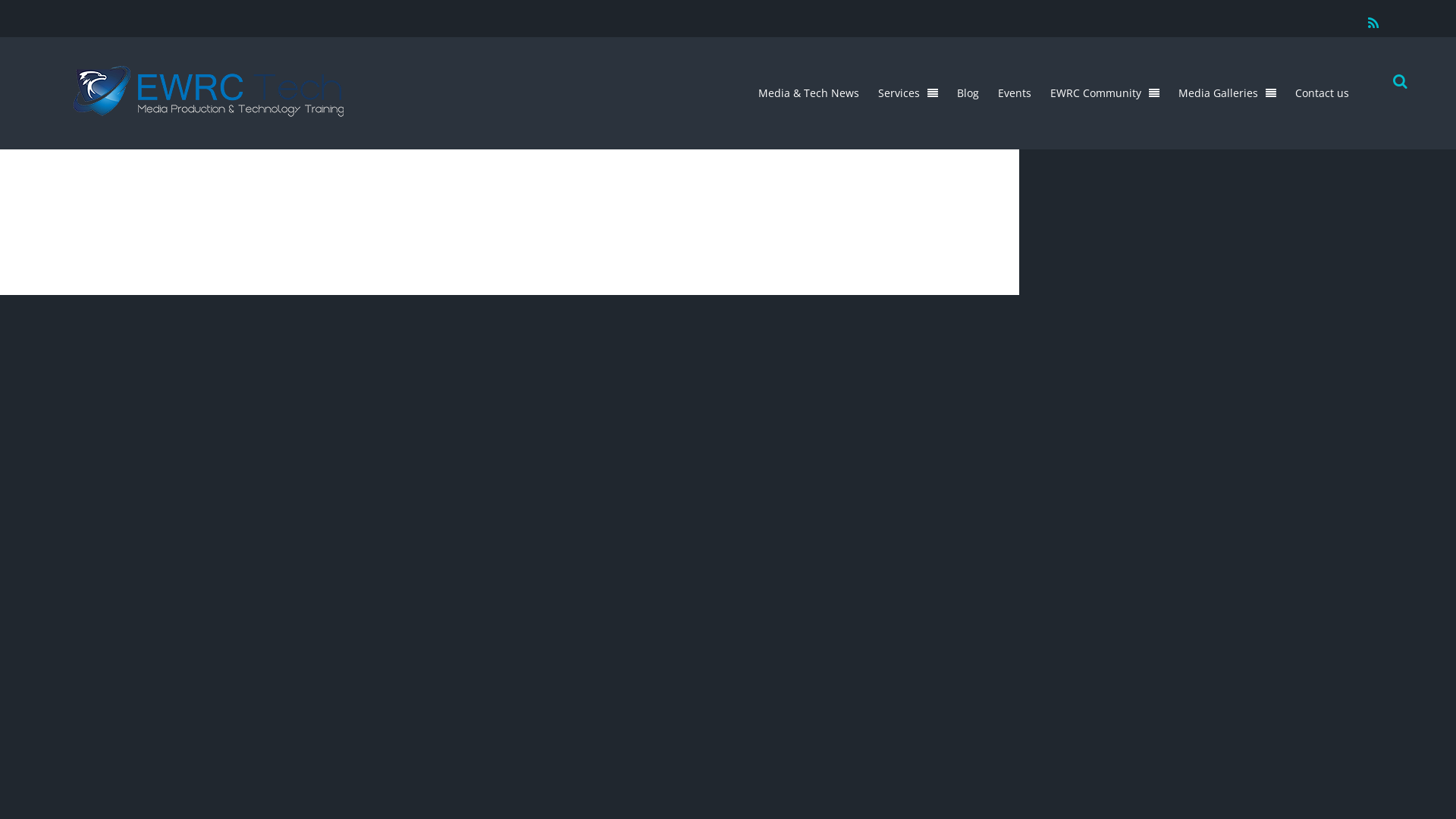  I want to click on 'EWRC Technology - Produce & Train', so click(207, 108).